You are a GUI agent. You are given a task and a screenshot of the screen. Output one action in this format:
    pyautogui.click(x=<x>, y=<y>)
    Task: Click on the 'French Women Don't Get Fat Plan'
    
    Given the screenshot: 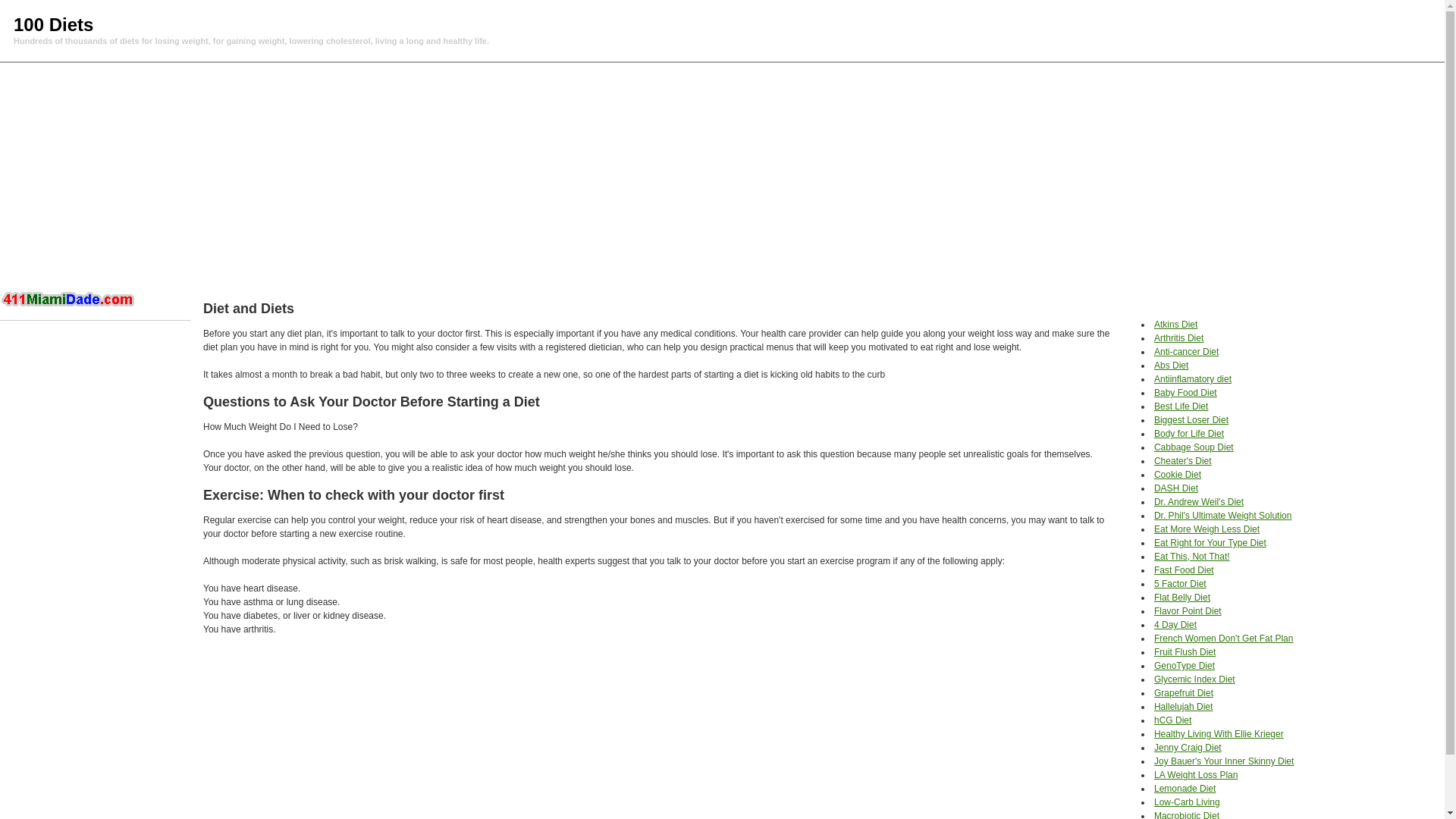 What is the action you would take?
    pyautogui.click(x=1223, y=638)
    